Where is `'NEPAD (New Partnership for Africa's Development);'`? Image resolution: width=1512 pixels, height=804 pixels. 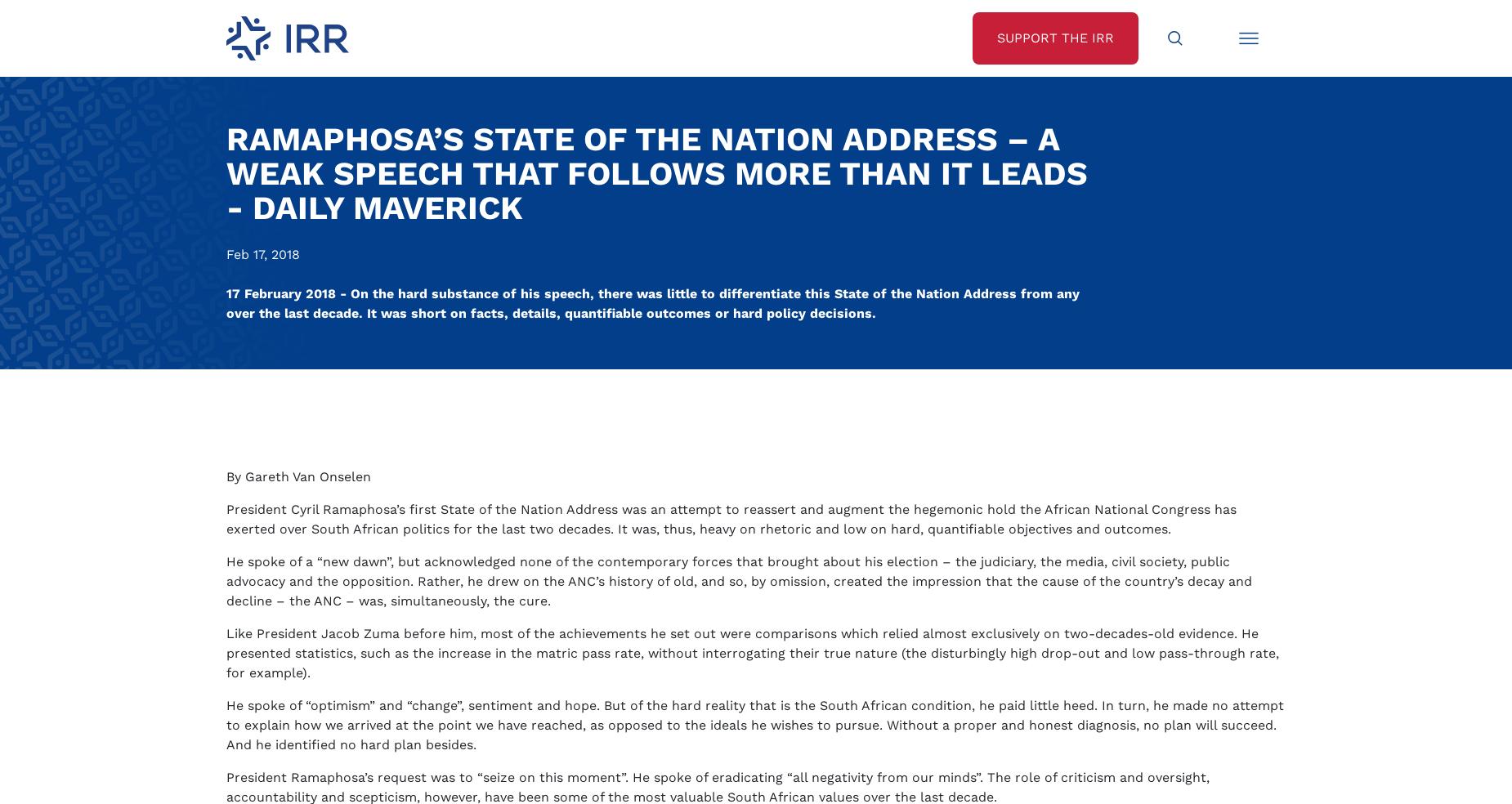
'NEPAD (New Partnership for Africa's Development);' is located at coordinates (417, 502).